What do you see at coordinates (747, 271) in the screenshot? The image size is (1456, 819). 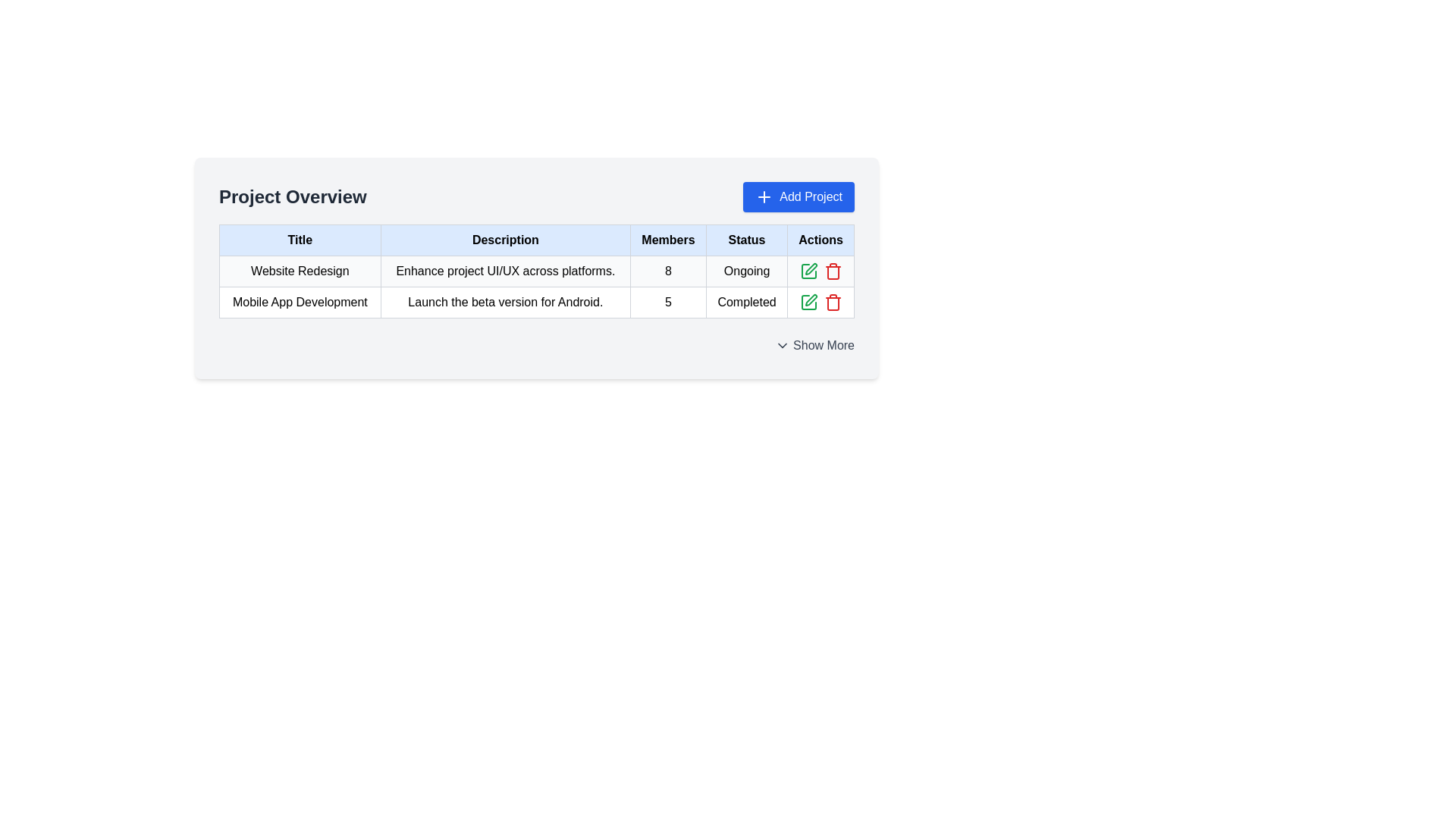 I see `the 'Ongoing' text label element, which is styled with a moderately bold font and located in the fourth column of the first row under the 'Status' header in the table` at bounding box center [747, 271].